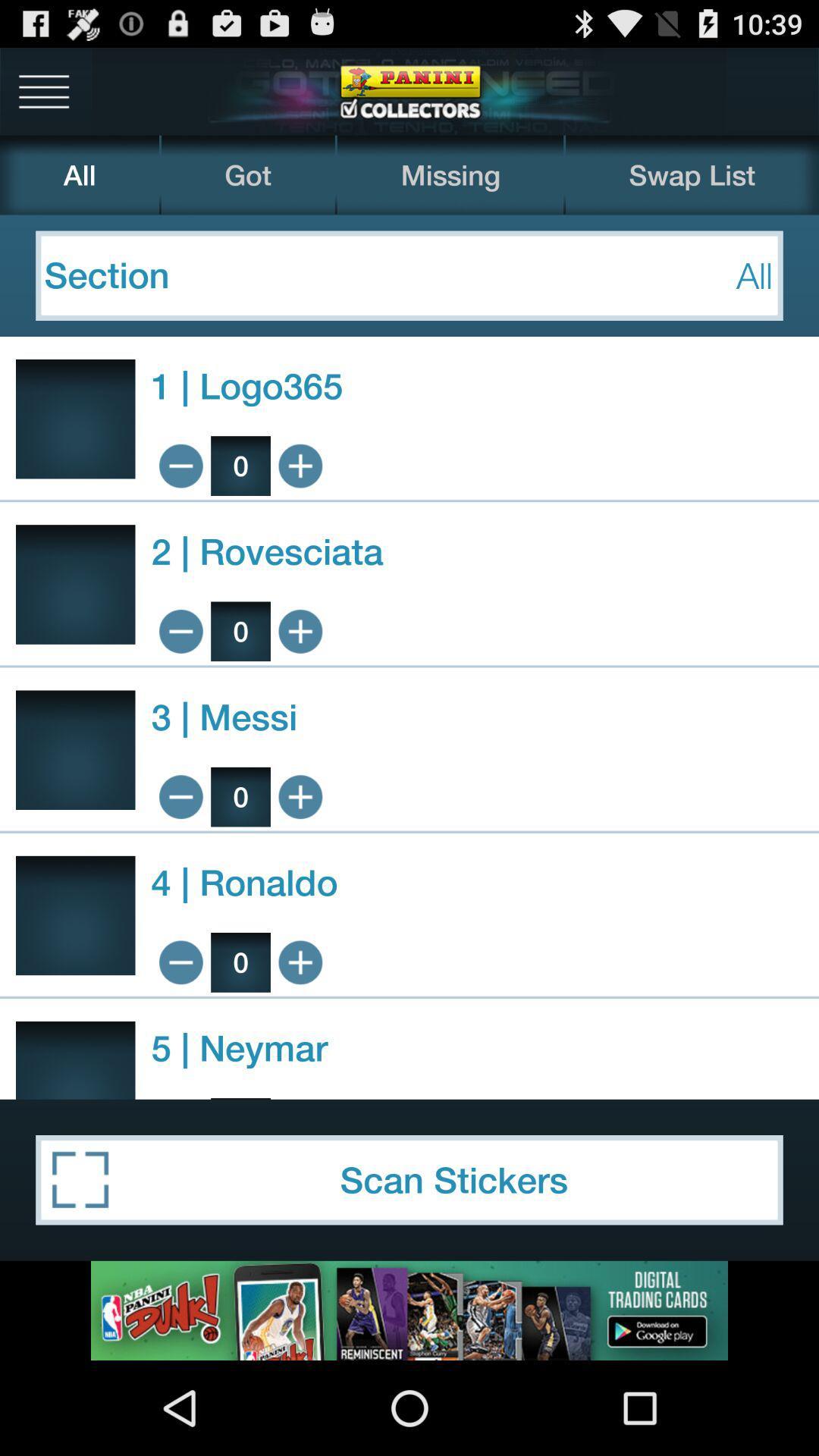 This screenshot has height=1456, width=819. Describe the element at coordinates (180, 465) in the screenshot. I see `minimize maximize minus plus` at that location.